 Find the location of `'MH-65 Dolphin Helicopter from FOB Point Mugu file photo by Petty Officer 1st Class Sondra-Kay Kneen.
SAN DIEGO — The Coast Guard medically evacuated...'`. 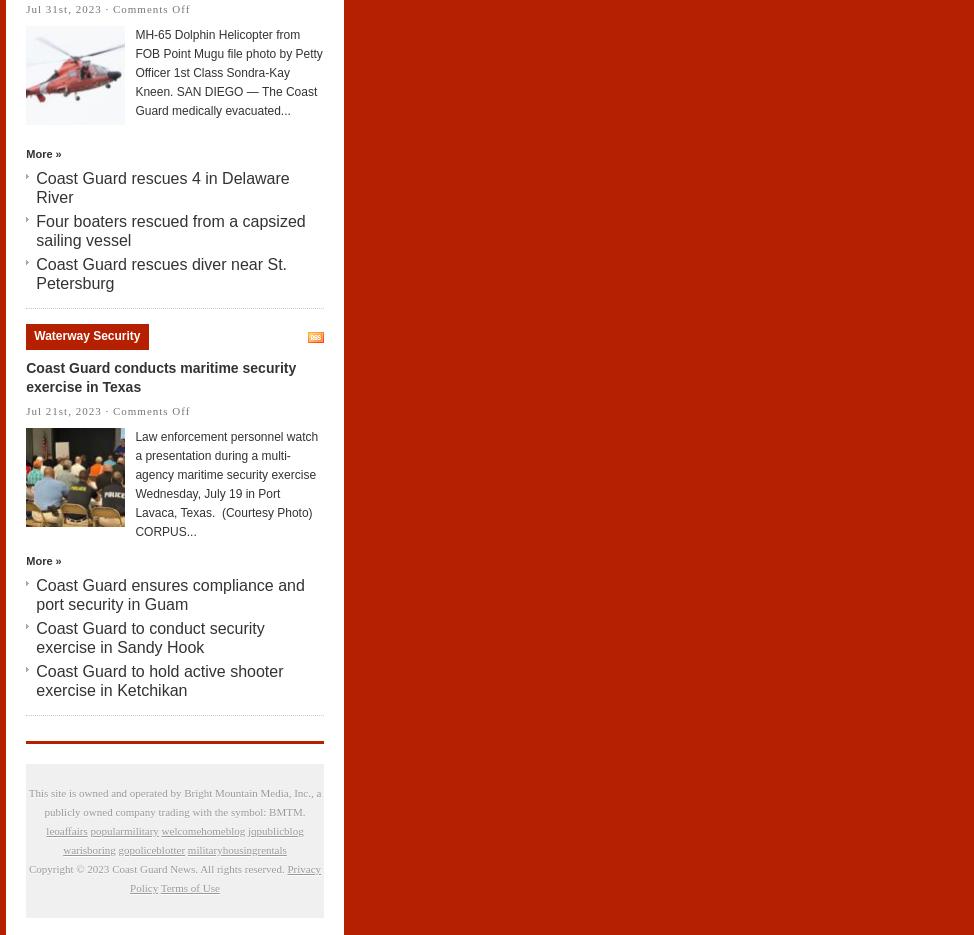

'MH-65 Dolphin Helicopter from FOB Point Mugu file photo by Petty Officer 1st Class Sondra-Kay Kneen.
SAN DIEGO — The Coast Guard medically evacuated...' is located at coordinates (133, 71).